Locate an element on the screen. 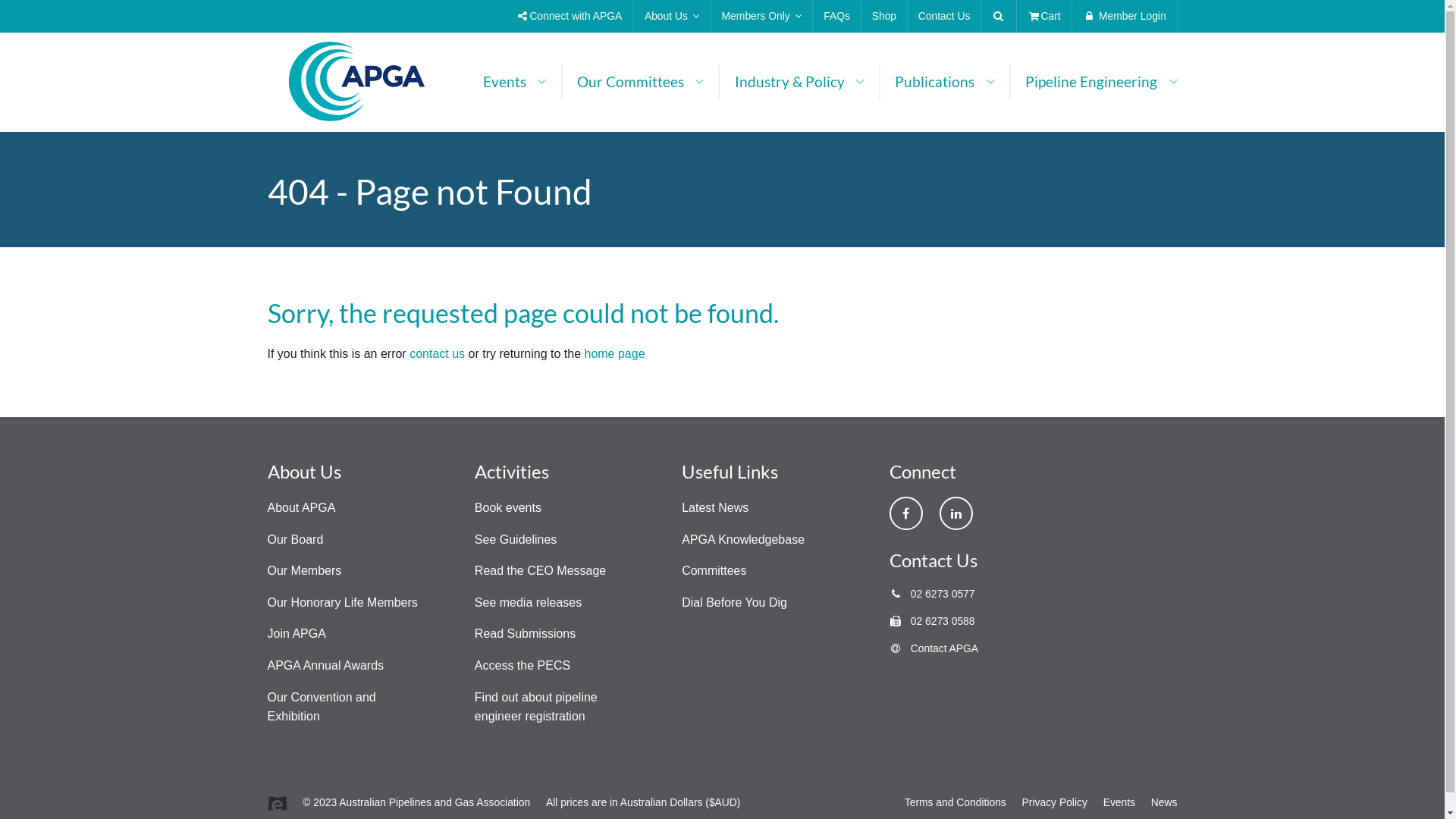  'Dial Before You Dig' is located at coordinates (734, 601).